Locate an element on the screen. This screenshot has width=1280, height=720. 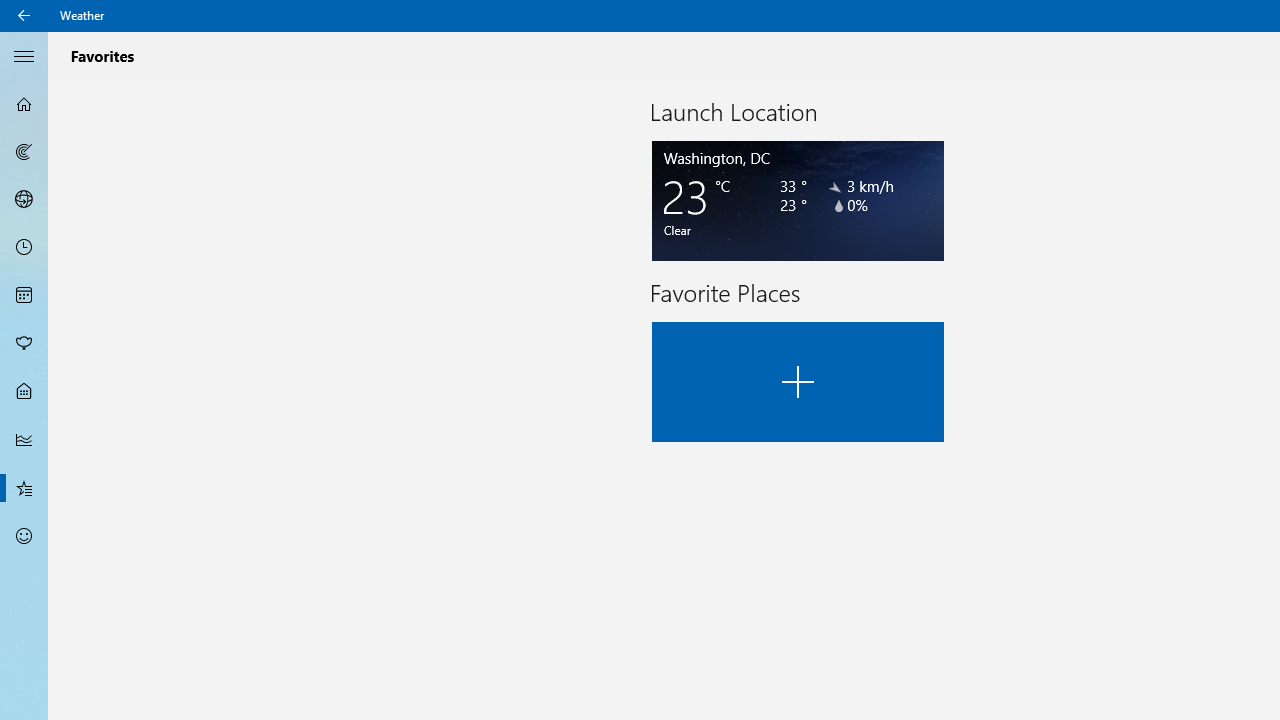
'Monthly Forecast - Not Selected' is located at coordinates (24, 295).